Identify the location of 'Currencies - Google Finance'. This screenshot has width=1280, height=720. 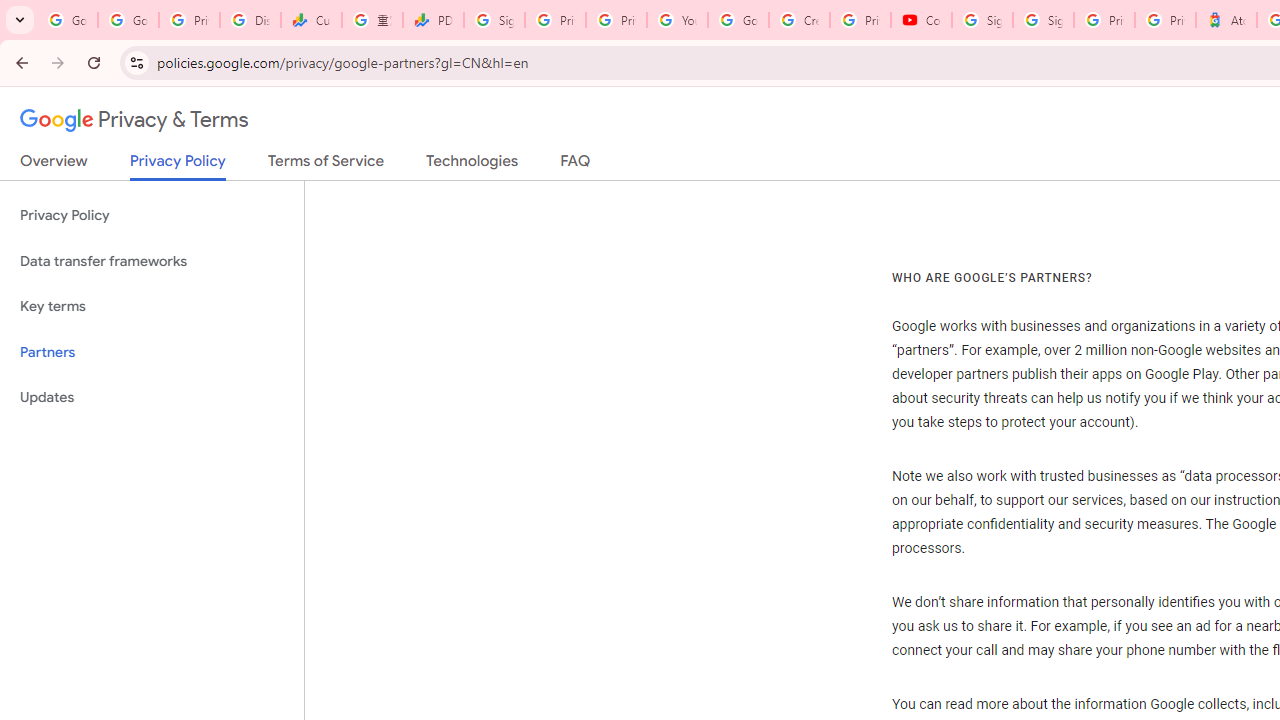
(310, 20).